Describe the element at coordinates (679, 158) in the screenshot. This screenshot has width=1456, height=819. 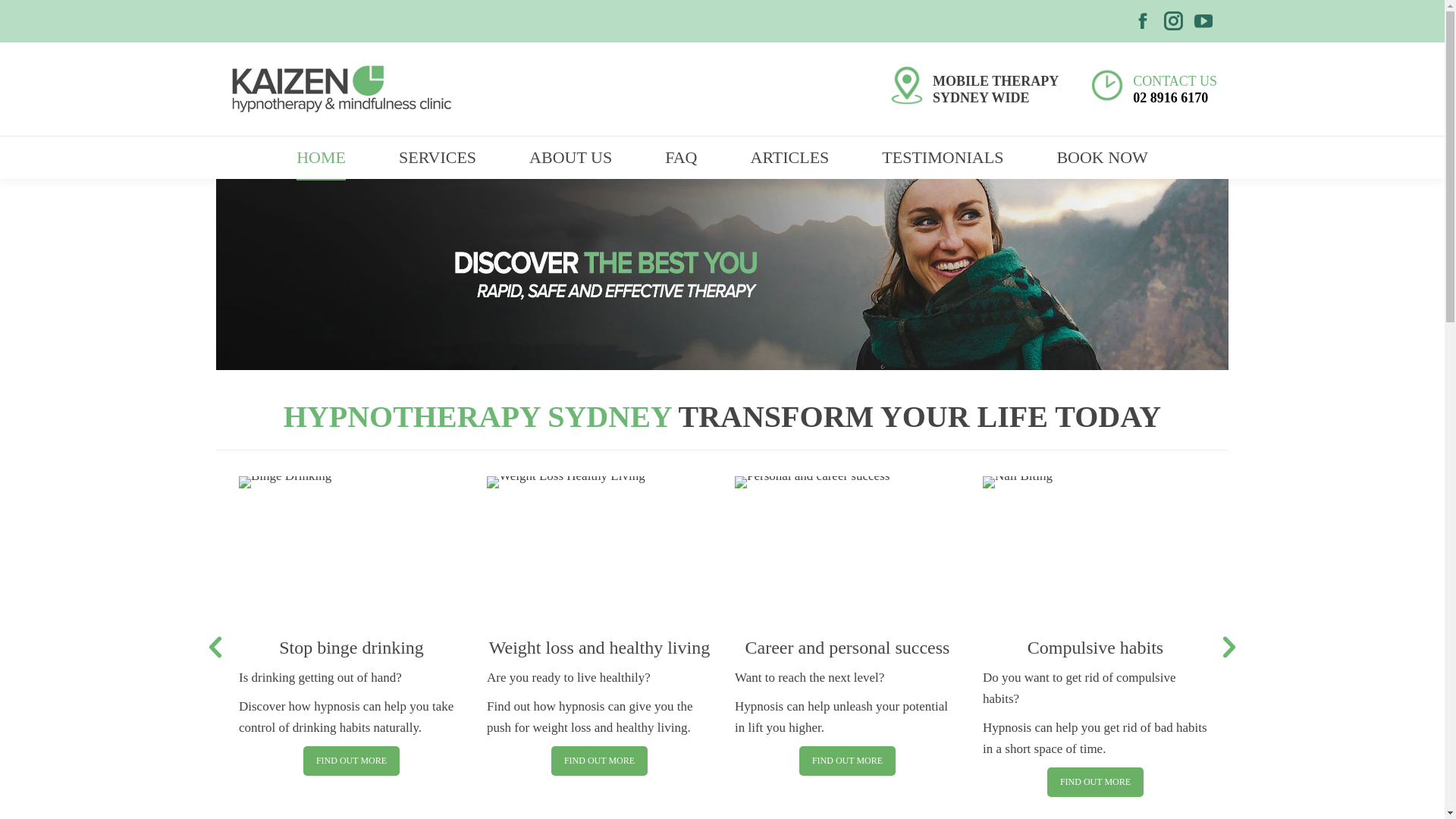
I see `'FAQ'` at that location.